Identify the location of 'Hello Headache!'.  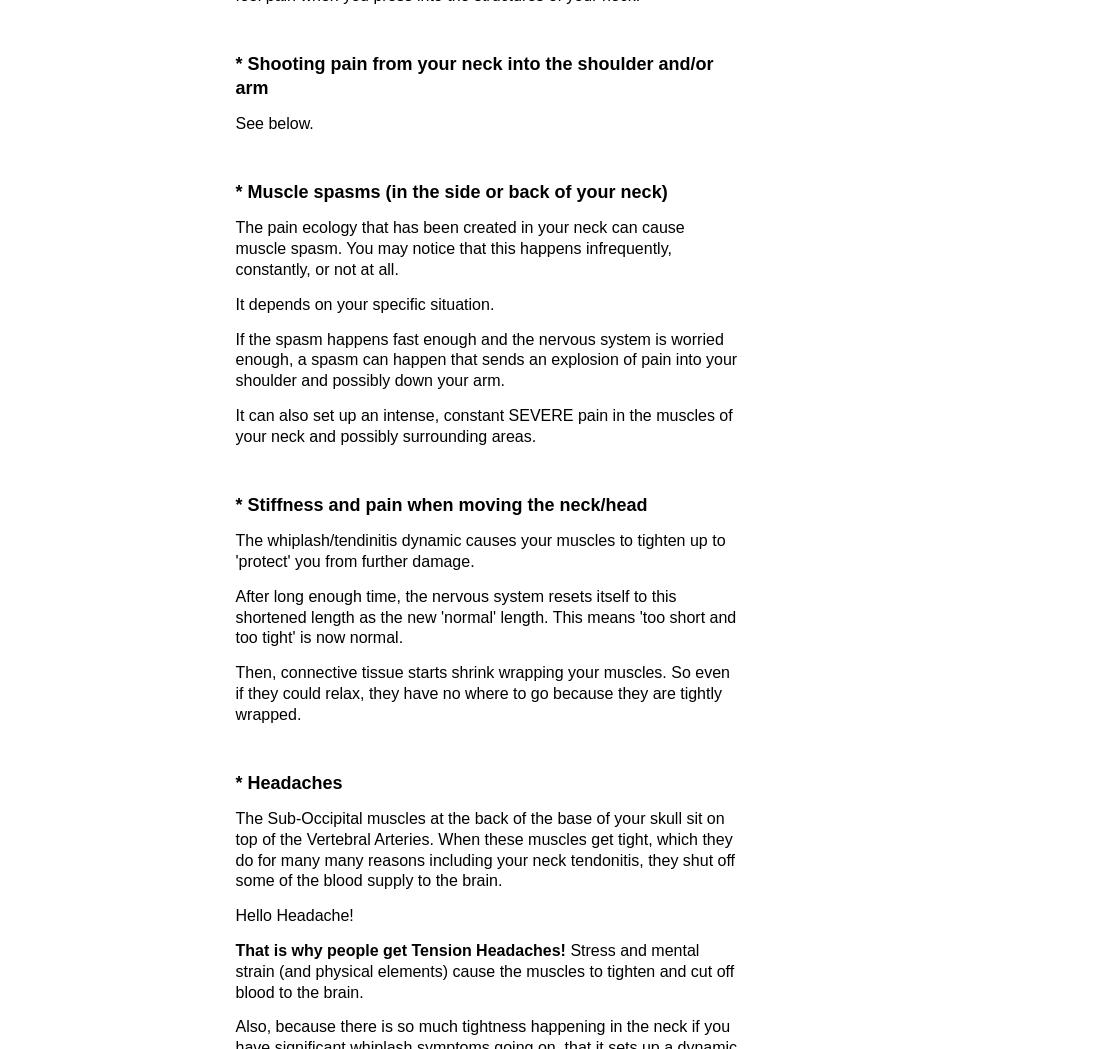
(294, 914).